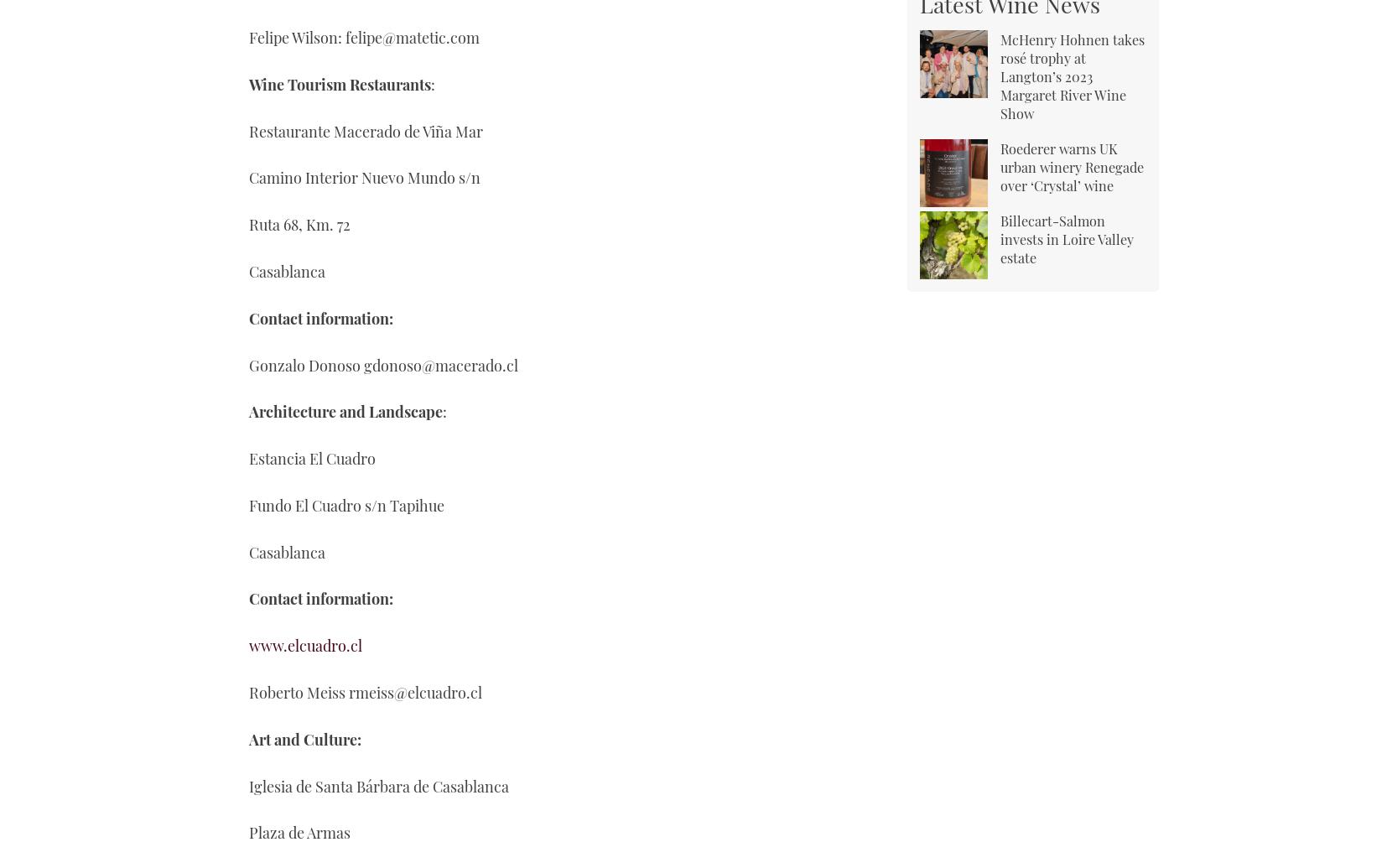  What do you see at coordinates (364, 36) in the screenshot?
I see `'Felipe Wilson: felipe@matetic.com'` at bounding box center [364, 36].